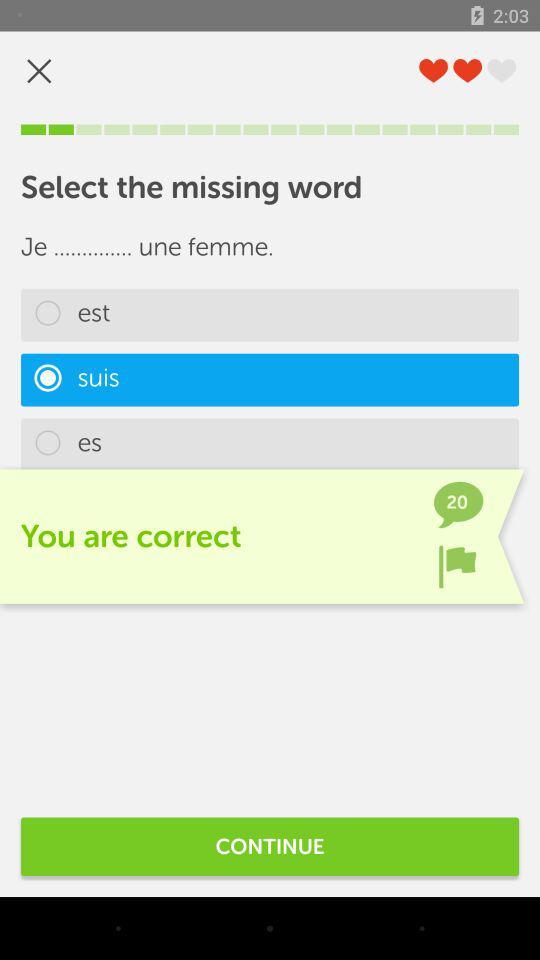 This screenshot has height=960, width=540. What do you see at coordinates (270, 315) in the screenshot?
I see `the est item` at bounding box center [270, 315].